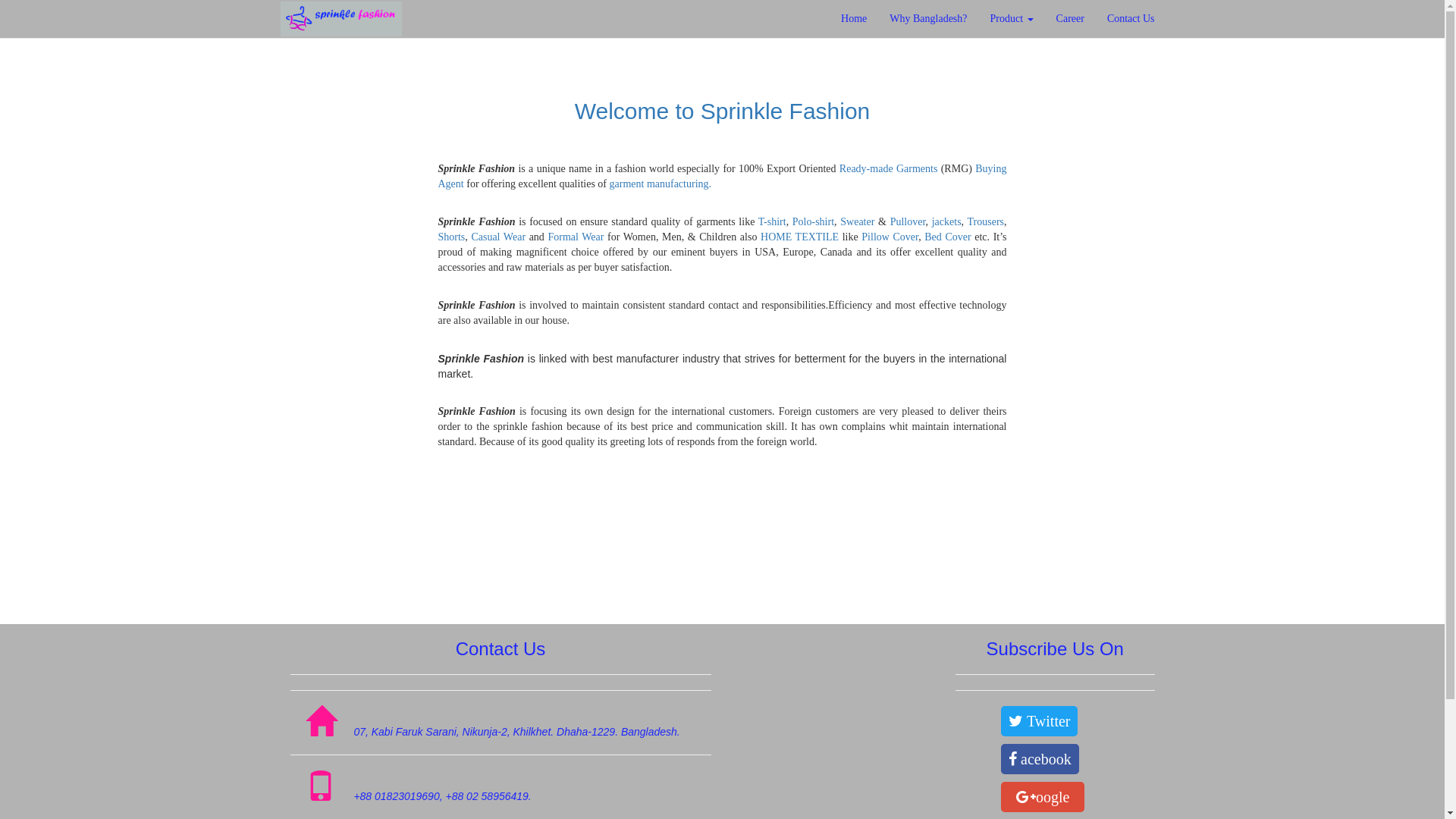 This screenshot has width=1456, height=819. Describe the element at coordinates (946, 237) in the screenshot. I see `'Bed Cover'` at that location.